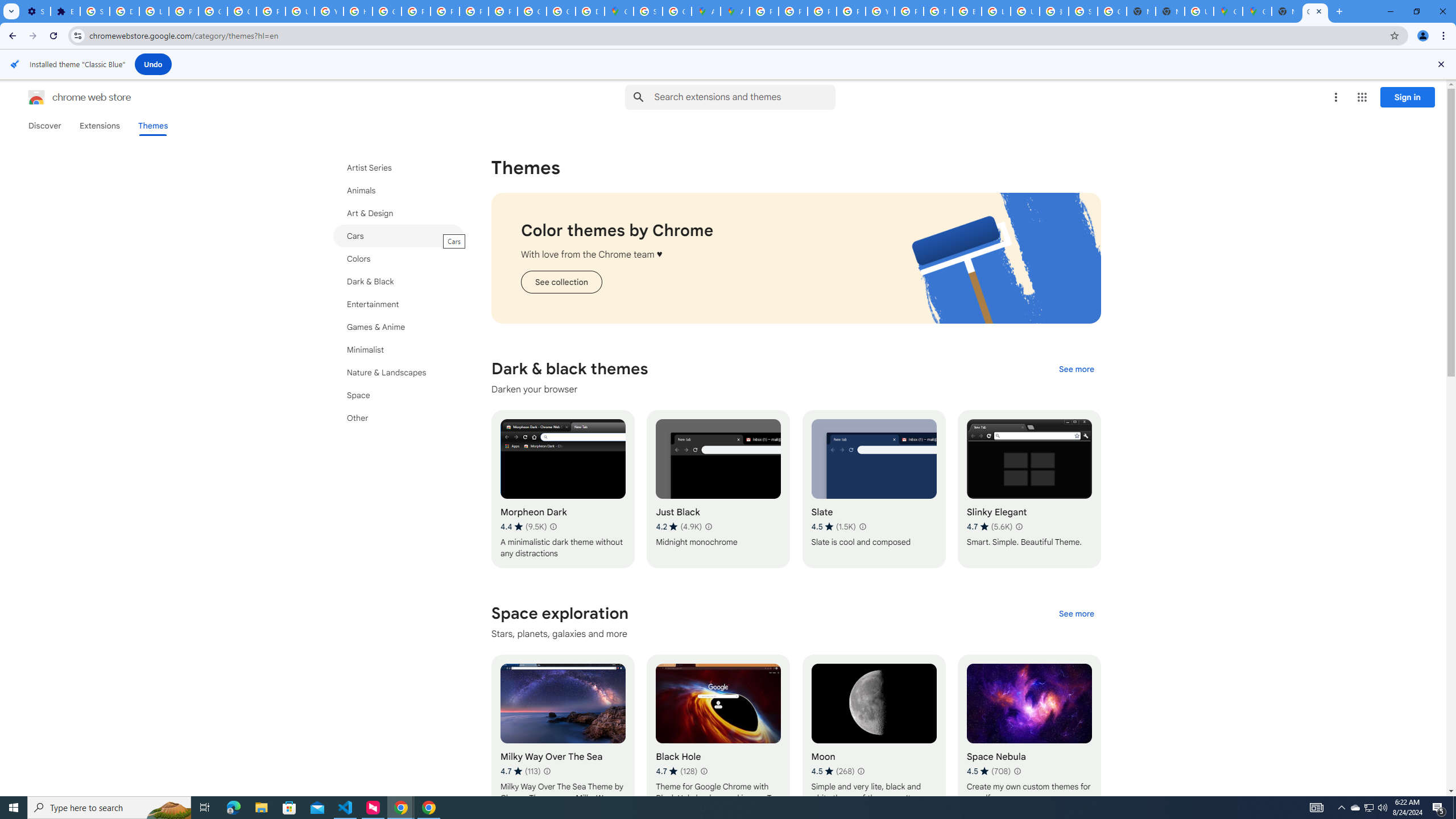 Image resolution: width=1456 pixels, height=819 pixels. What do you see at coordinates (1076, 368) in the screenshot?
I see `'See more of the "Dark & black themes" collection'` at bounding box center [1076, 368].